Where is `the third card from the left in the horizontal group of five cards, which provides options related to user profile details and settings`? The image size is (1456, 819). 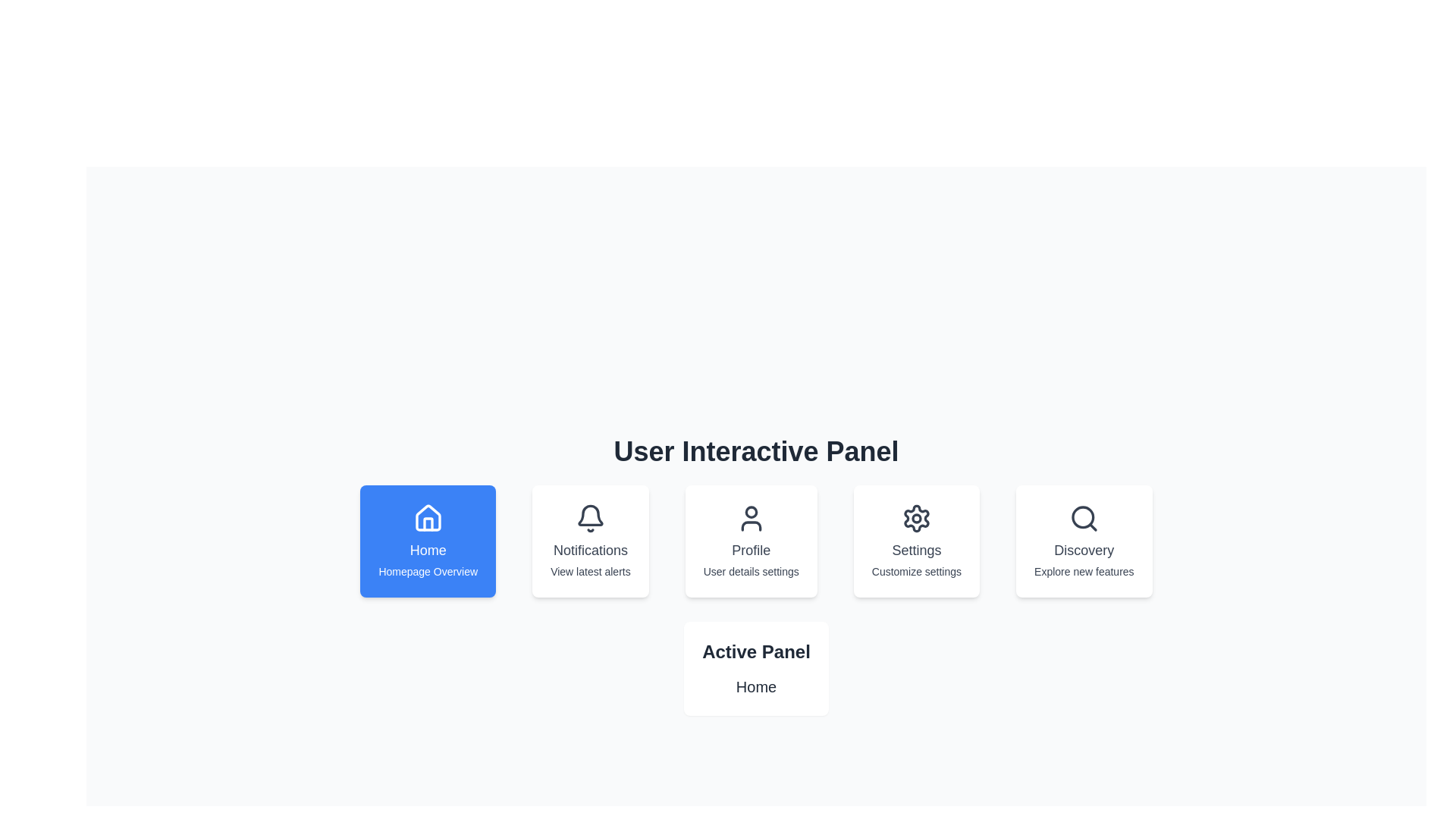 the third card from the left in the horizontal group of five cards, which provides options related to user profile details and settings is located at coordinates (751, 540).